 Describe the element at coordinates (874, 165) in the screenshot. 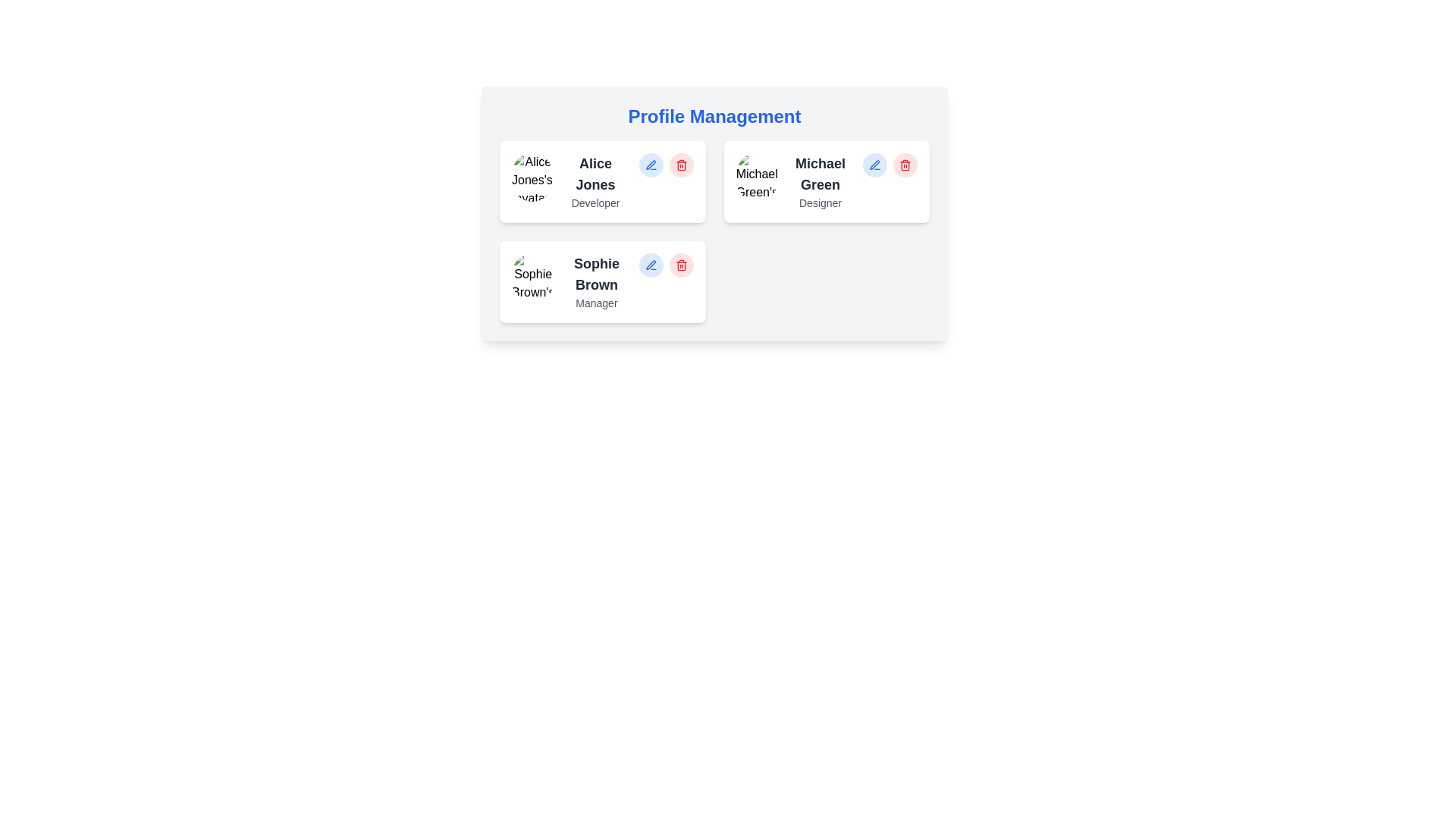

I see `the editing icon located within Michael Green's profile card, to the right of his name and job title` at that location.